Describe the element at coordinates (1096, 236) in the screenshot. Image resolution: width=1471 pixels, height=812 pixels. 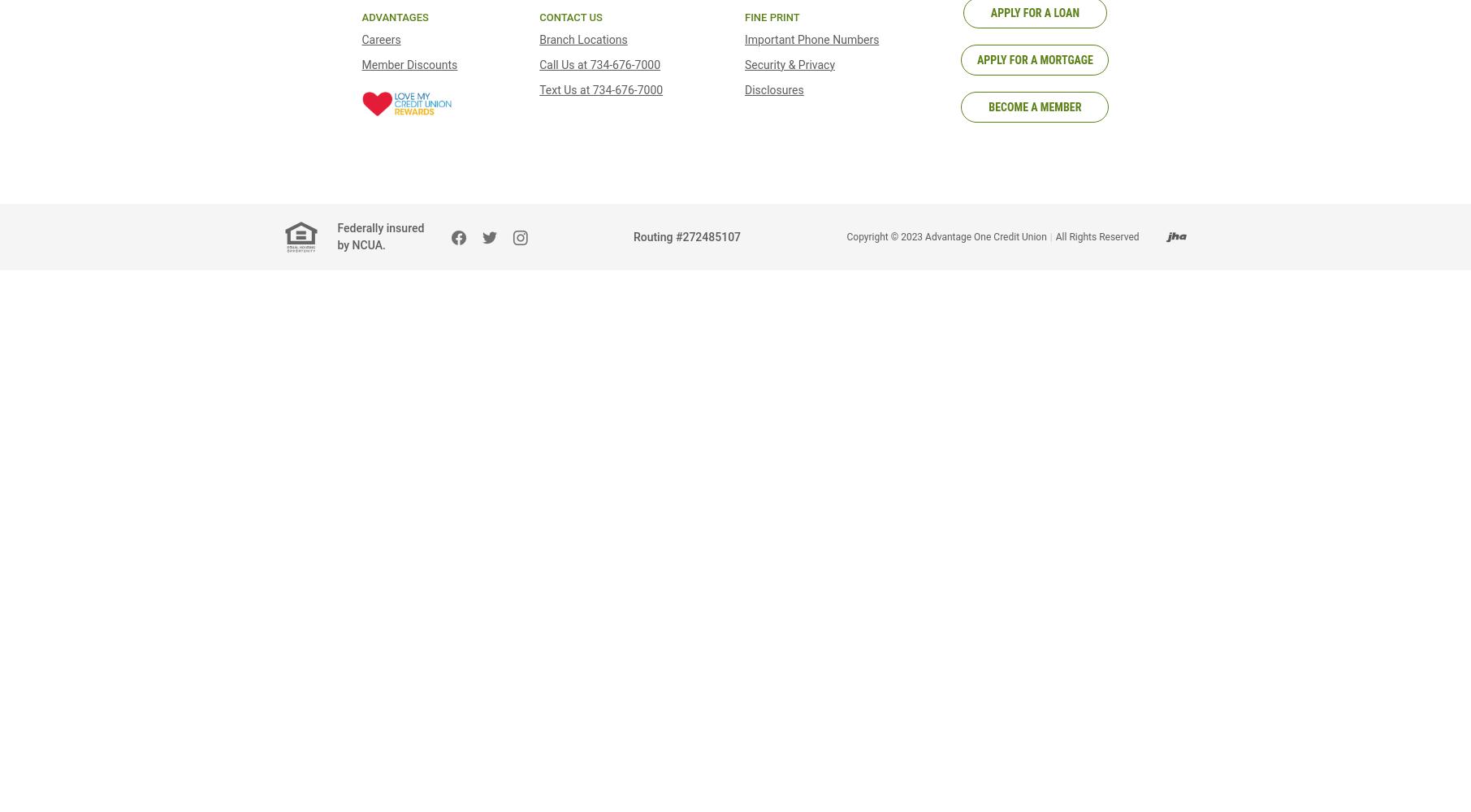
I see `'All Rights Reserved'` at that location.